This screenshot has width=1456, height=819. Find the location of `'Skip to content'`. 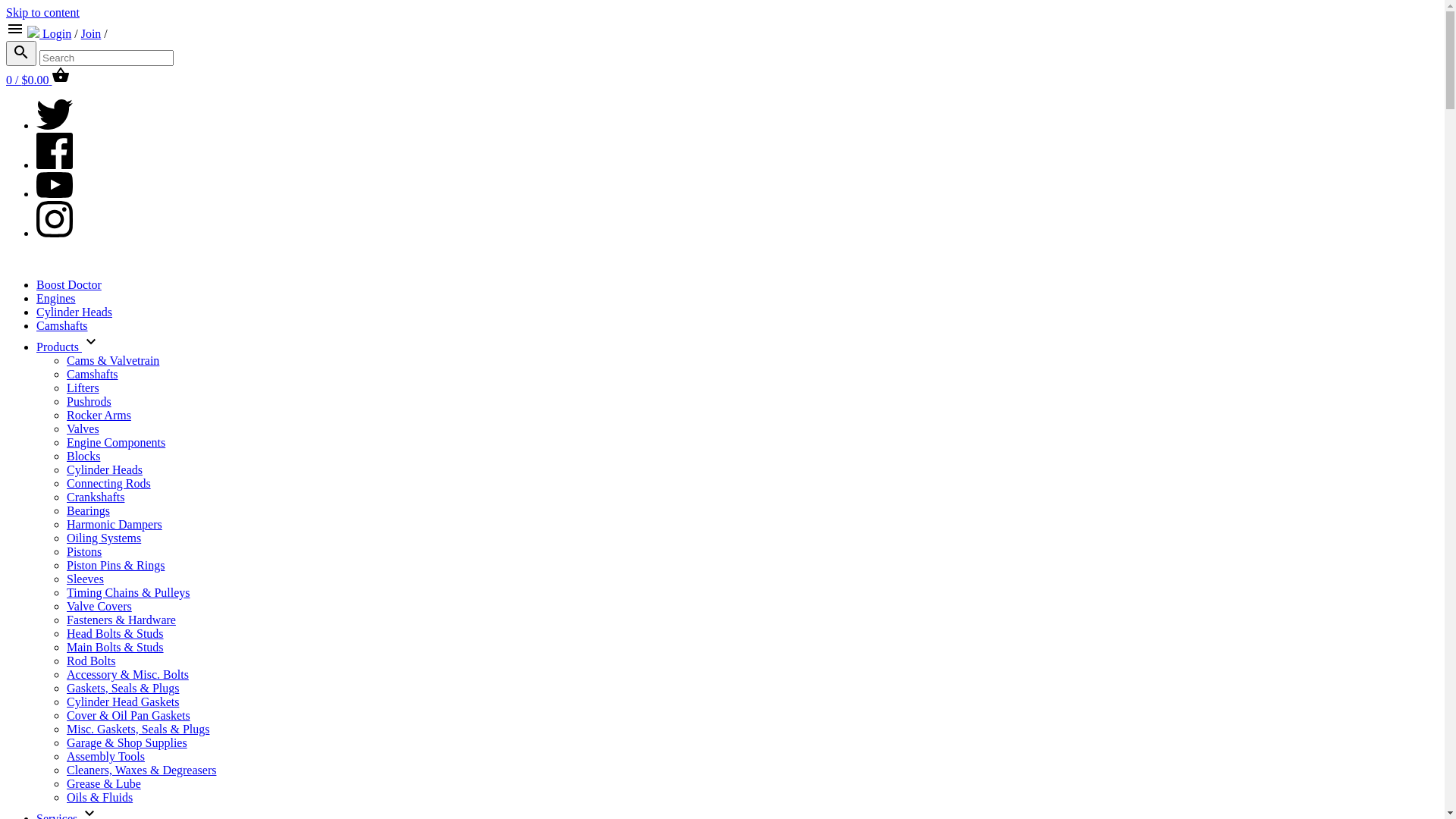

'Skip to content' is located at coordinates (42, 12).